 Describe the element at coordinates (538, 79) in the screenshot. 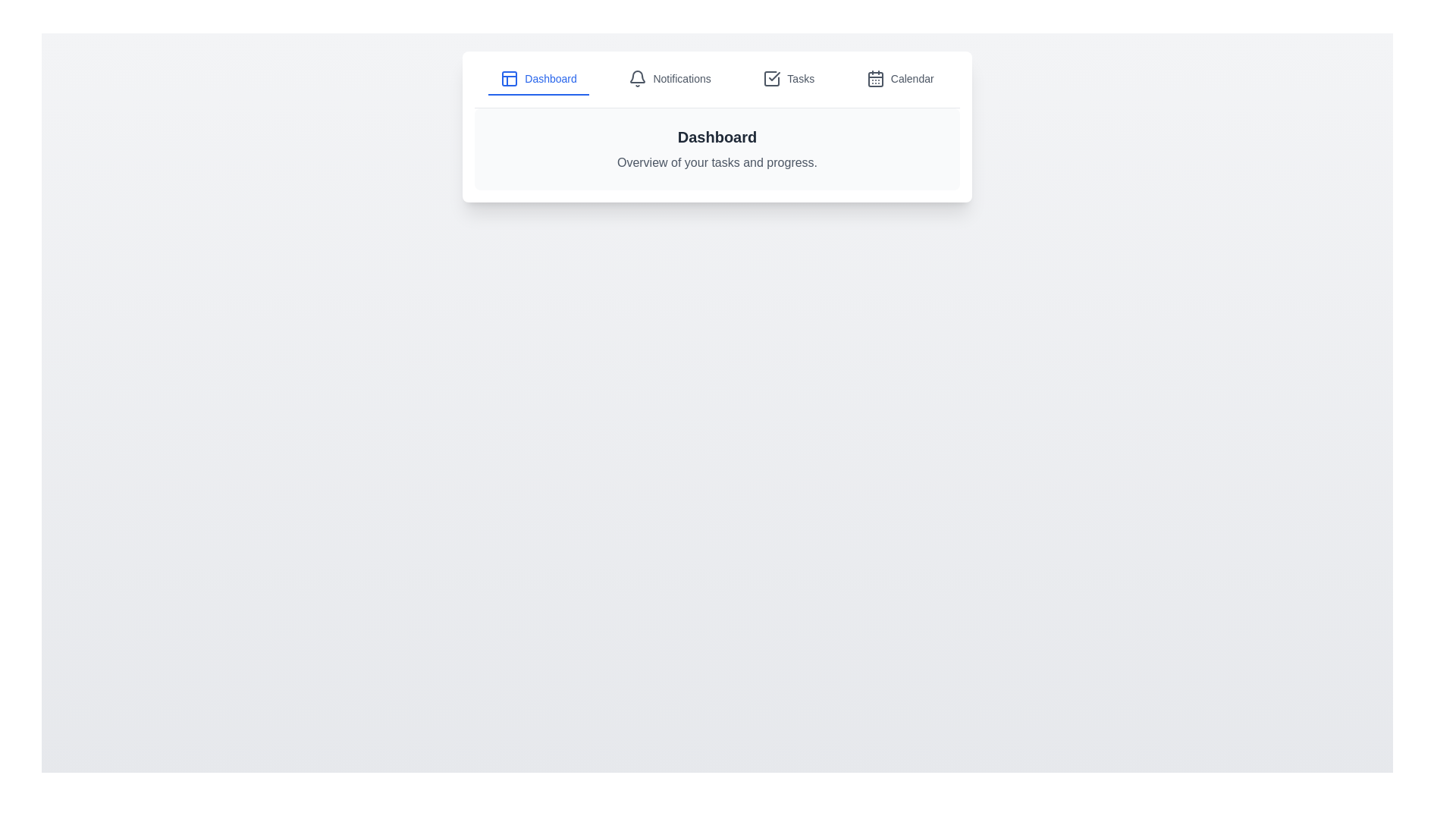

I see `the currently active tab to confirm its content is displayed` at that location.